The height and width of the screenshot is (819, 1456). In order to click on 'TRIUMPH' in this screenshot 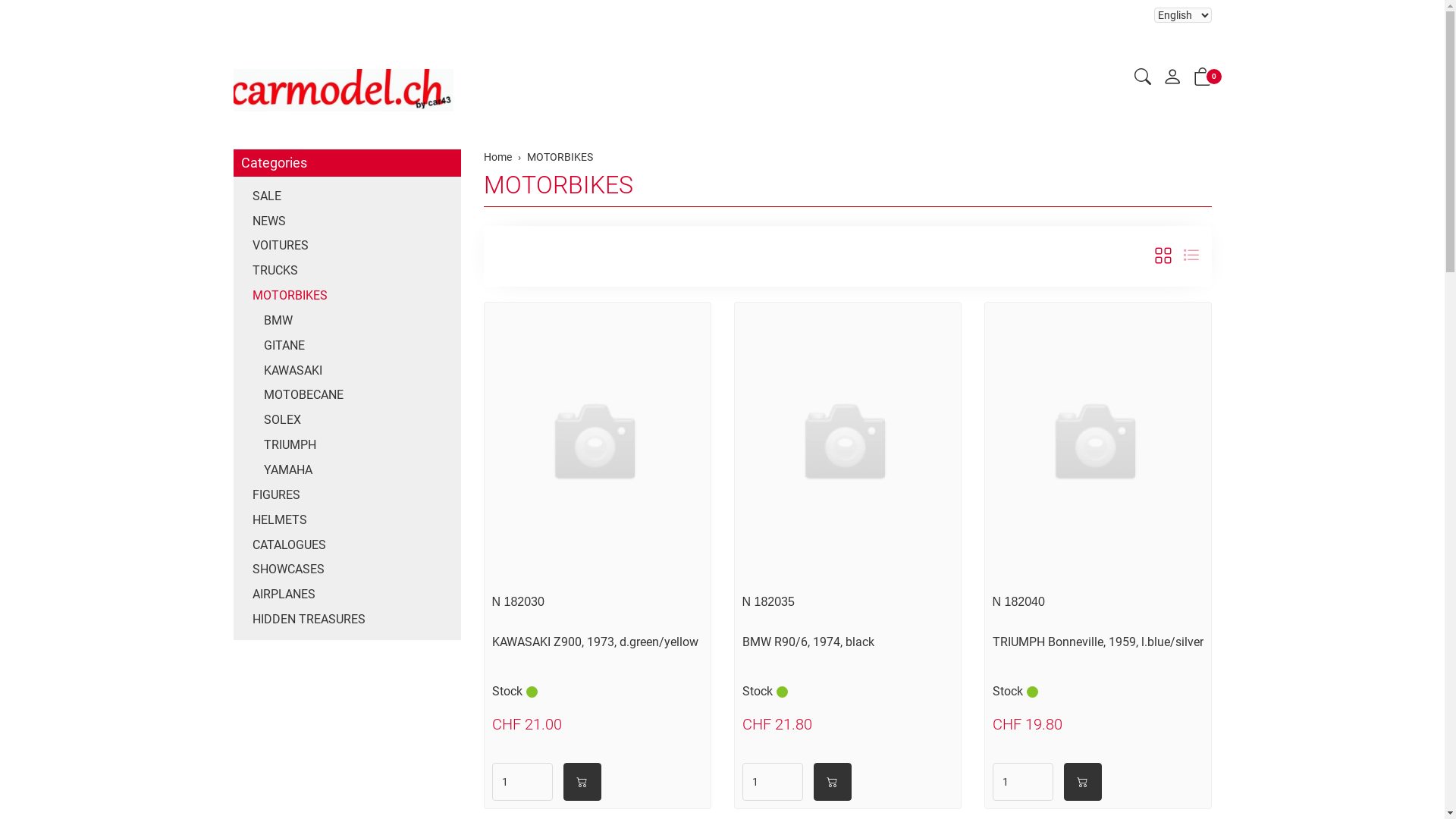, I will do `click(346, 444)`.